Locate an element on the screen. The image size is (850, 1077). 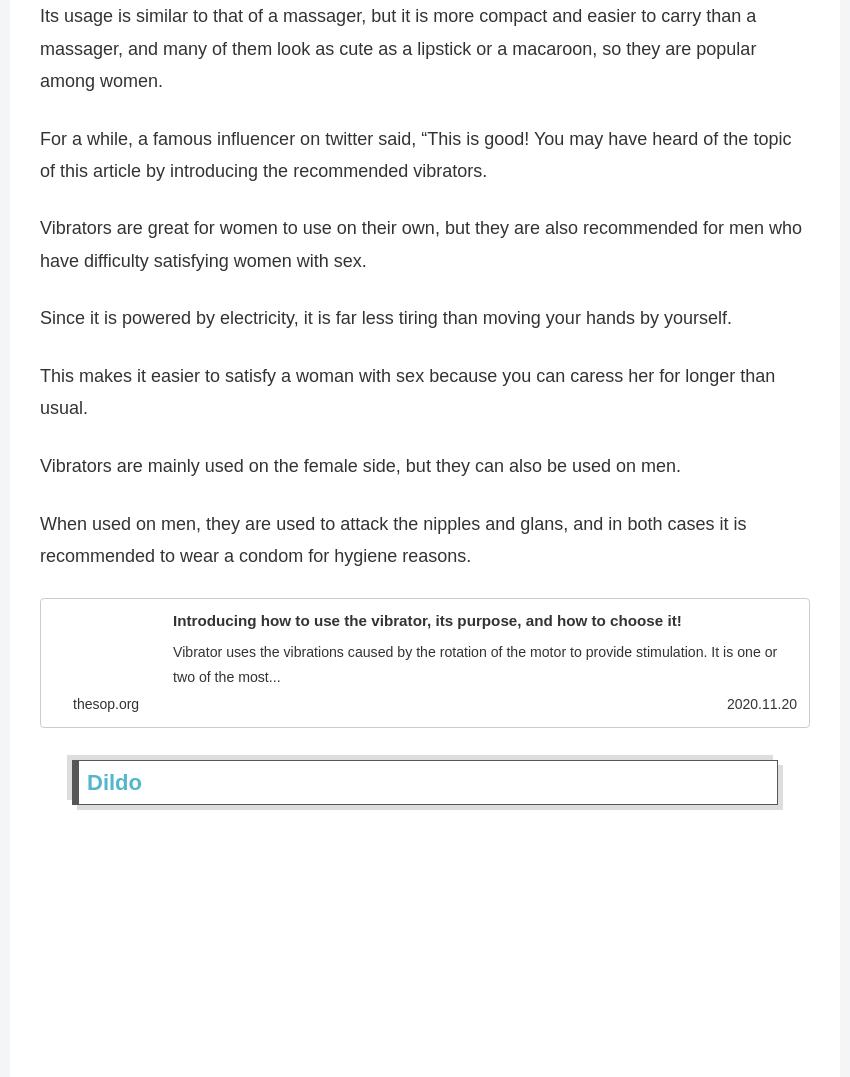
'Since it is powered by electricity, it is far less tiring than moving your hands by yourself.' is located at coordinates (385, 325).